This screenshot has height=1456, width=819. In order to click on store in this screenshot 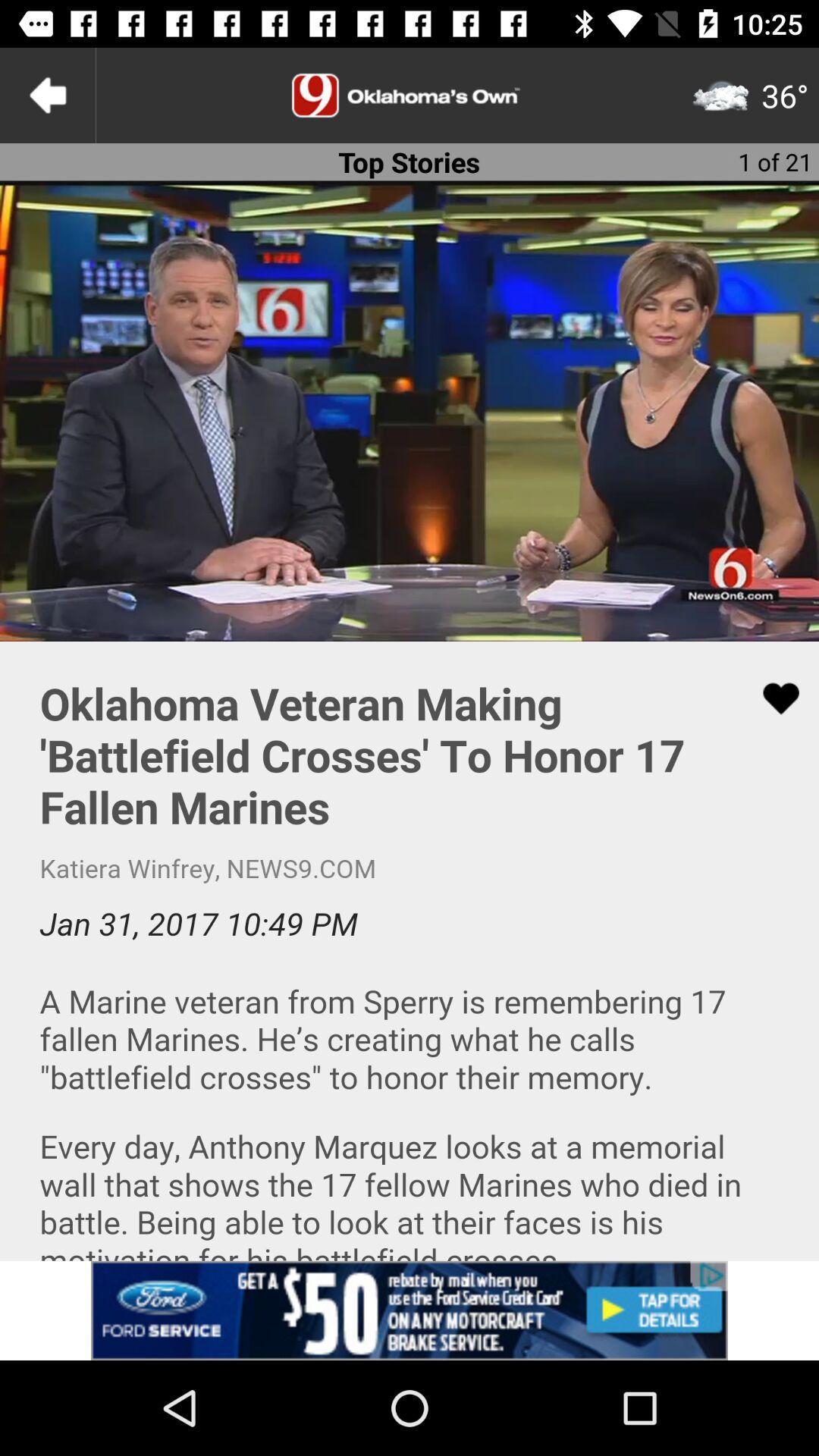, I will do `click(409, 1310)`.